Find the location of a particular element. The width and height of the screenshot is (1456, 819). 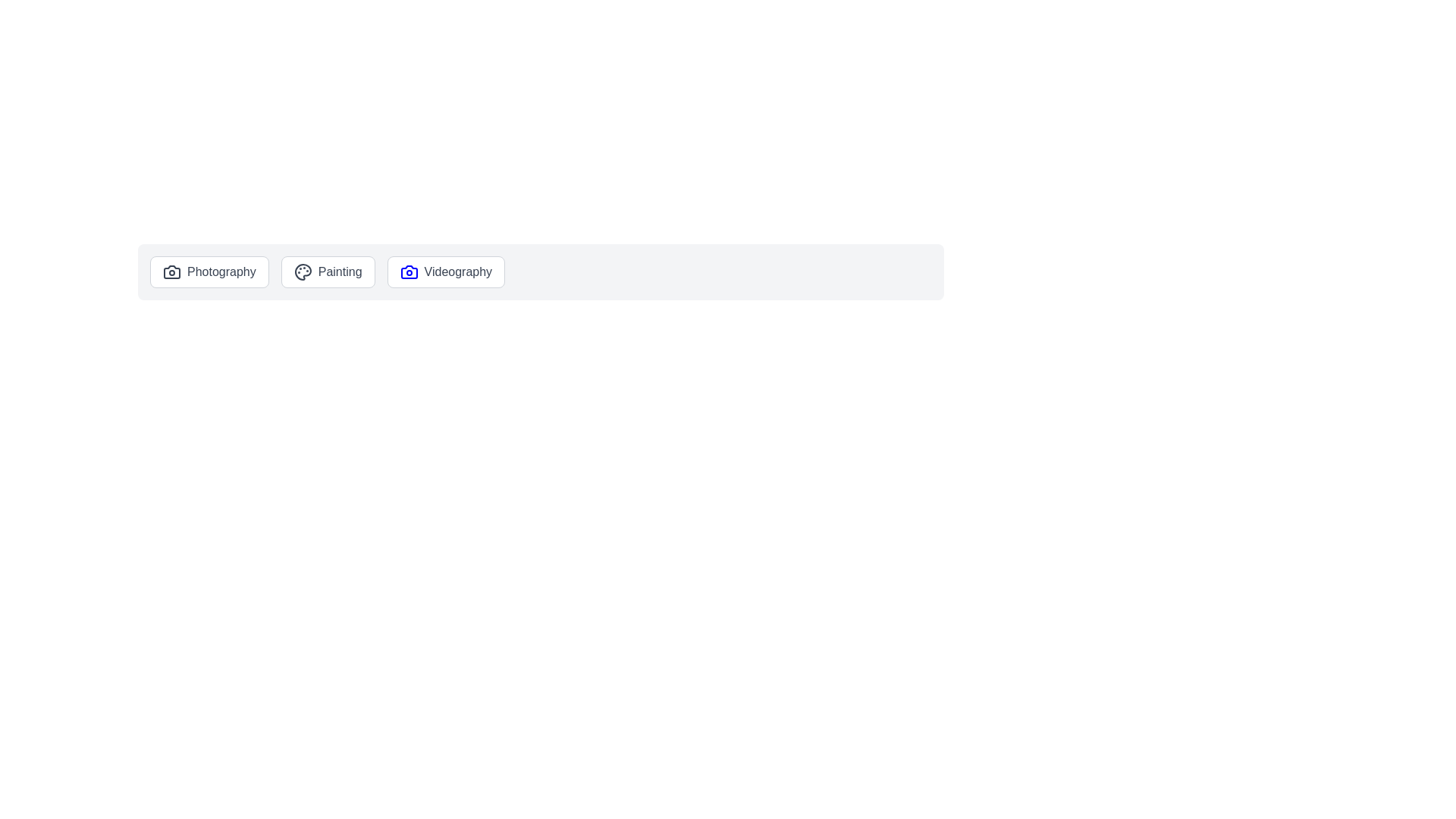

the chip labeled Videography to observe its hover effects is located at coordinates (445, 271).